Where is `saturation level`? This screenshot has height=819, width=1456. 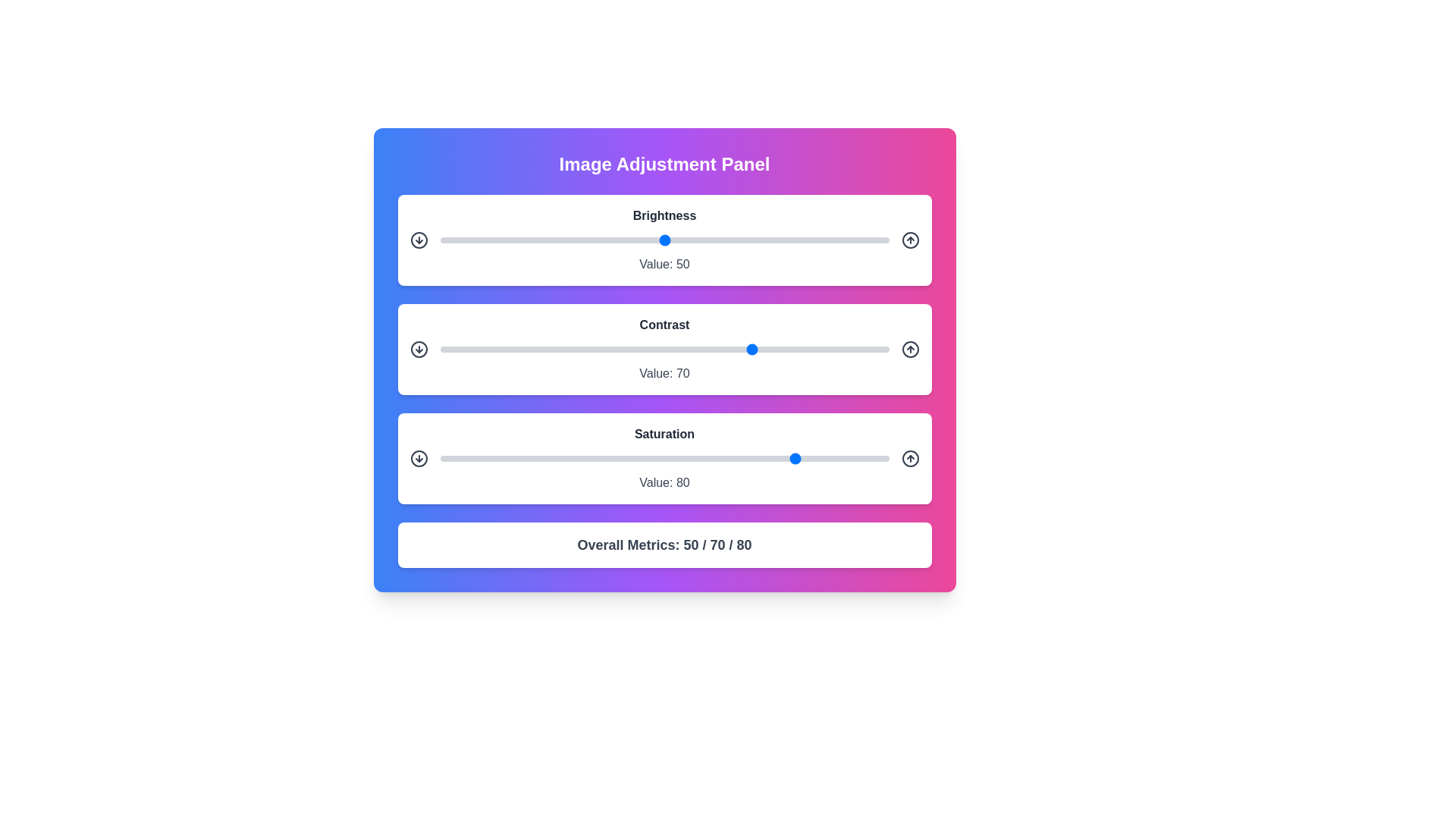 saturation level is located at coordinates (624, 458).